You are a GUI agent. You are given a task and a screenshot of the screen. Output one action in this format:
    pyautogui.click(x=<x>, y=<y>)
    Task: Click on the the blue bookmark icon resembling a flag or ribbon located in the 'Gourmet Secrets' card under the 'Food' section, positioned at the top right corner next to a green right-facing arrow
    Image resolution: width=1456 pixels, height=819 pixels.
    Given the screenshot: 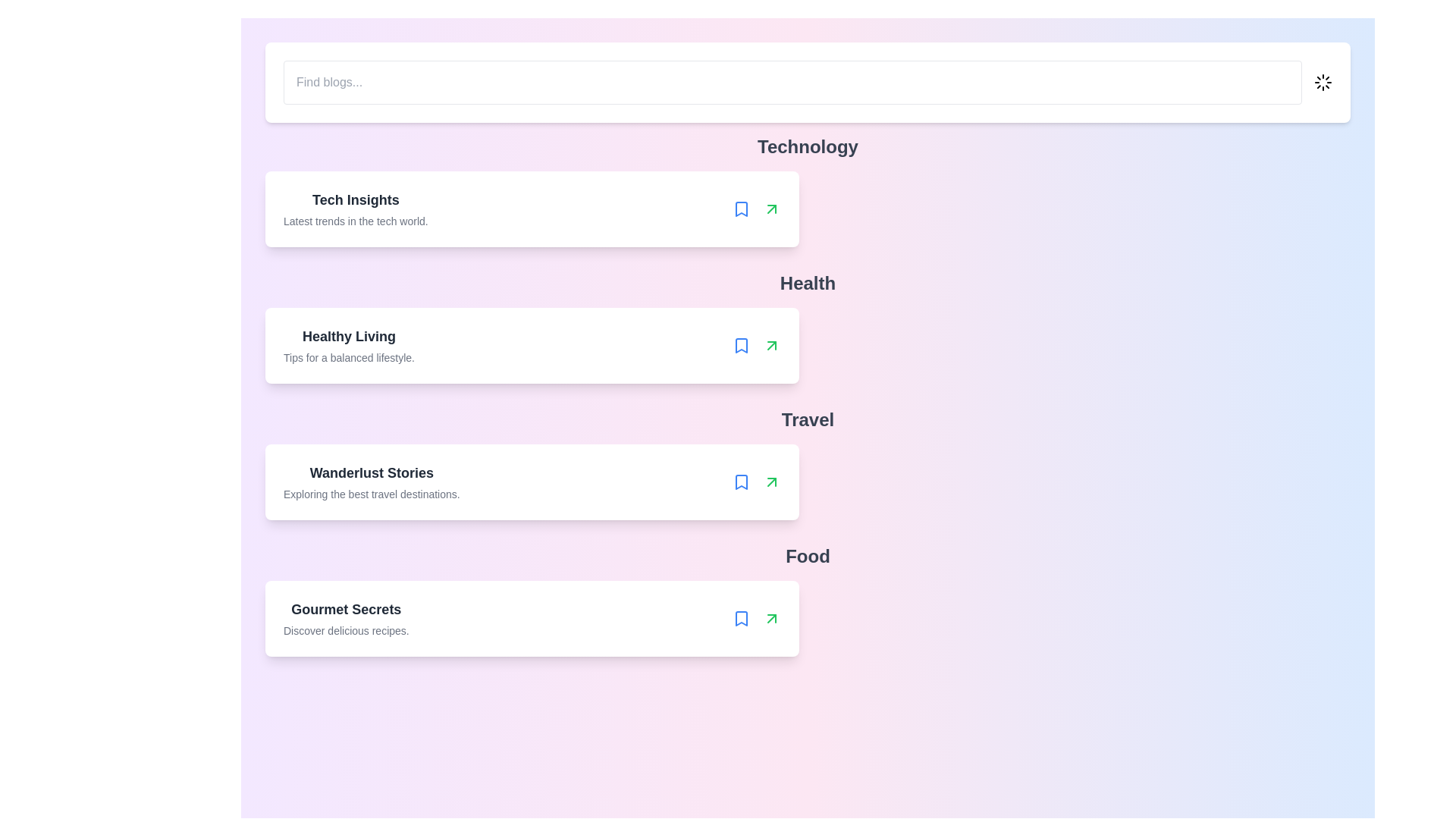 What is the action you would take?
    pyautogui.click(x=741, y=619)
    